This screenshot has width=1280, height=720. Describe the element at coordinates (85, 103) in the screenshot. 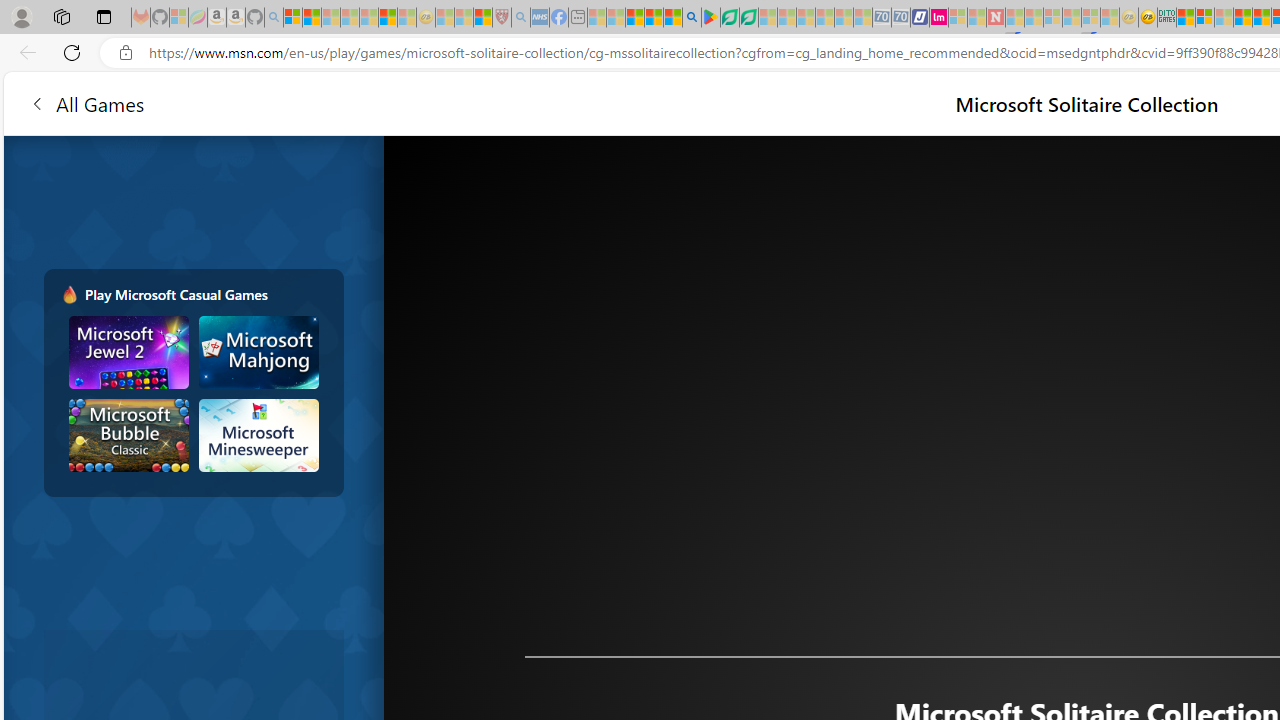

I see `'All Games'` at that location.